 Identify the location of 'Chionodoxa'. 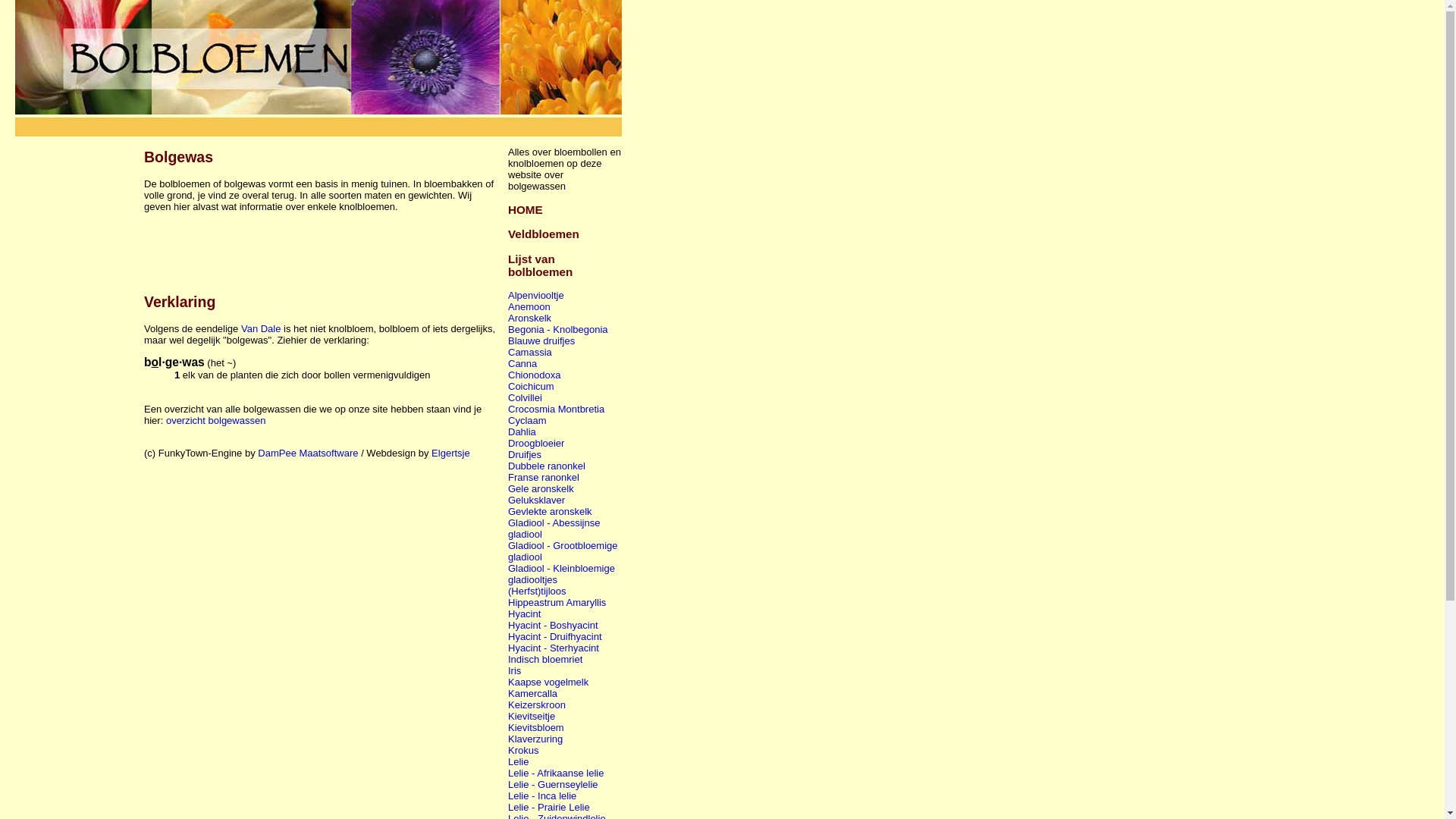
(508, 375).